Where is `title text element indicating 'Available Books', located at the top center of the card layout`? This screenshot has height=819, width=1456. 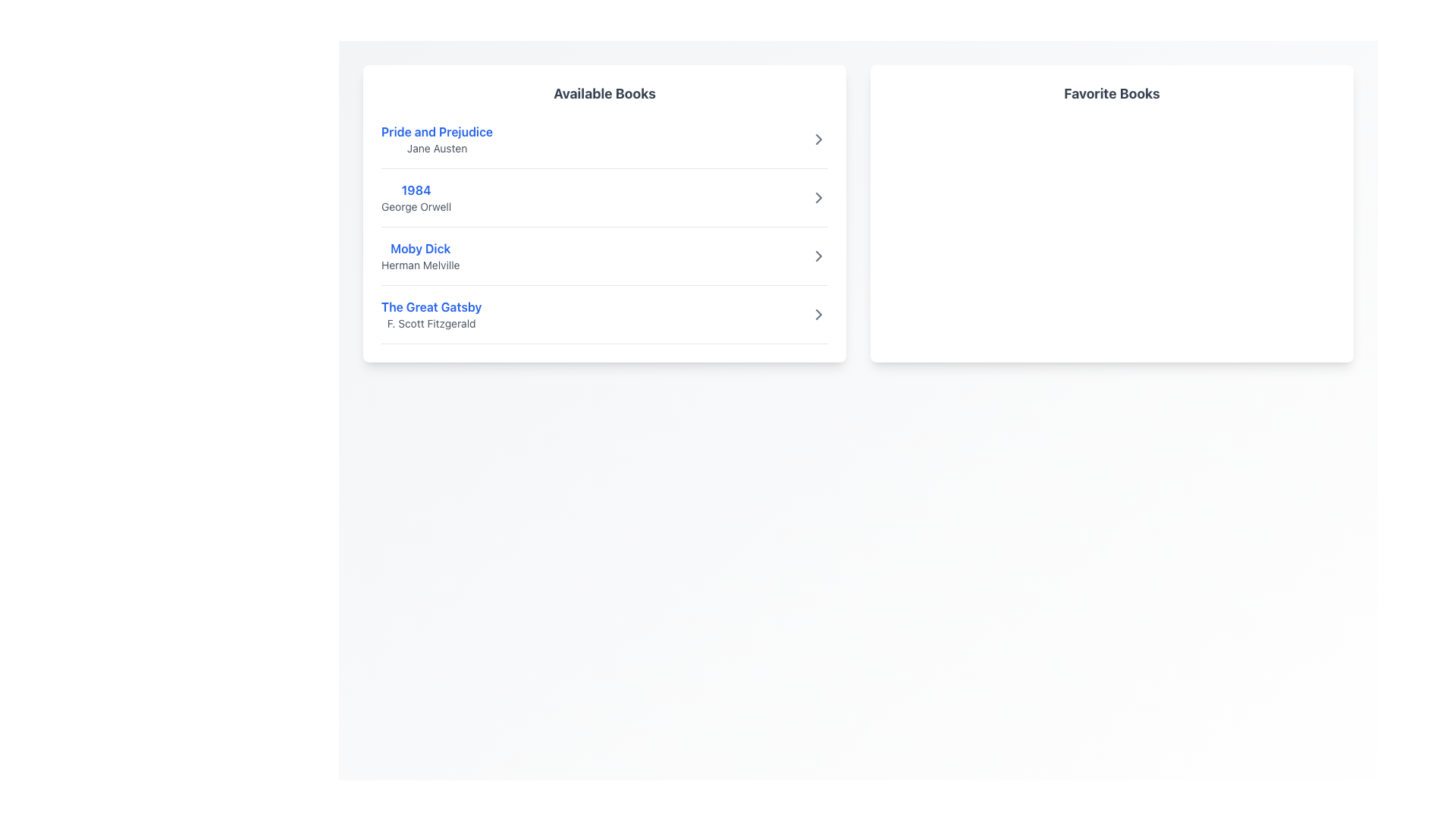 title text element indicating 'Available Books', located at the top center of the card layout is located at coordinates (604, 93).